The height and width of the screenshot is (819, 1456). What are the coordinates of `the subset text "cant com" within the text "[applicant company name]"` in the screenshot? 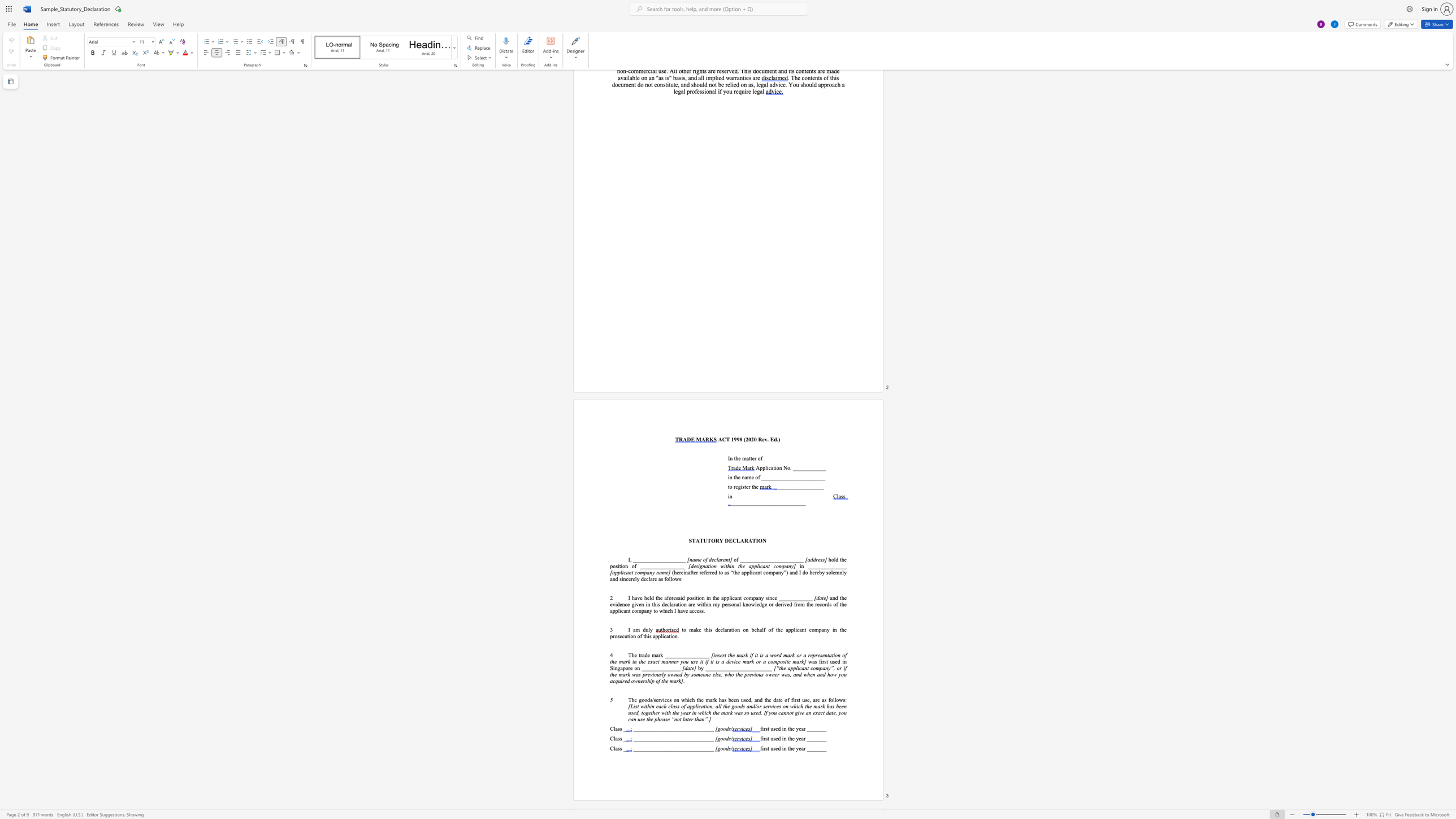 It's located at (623, 572).